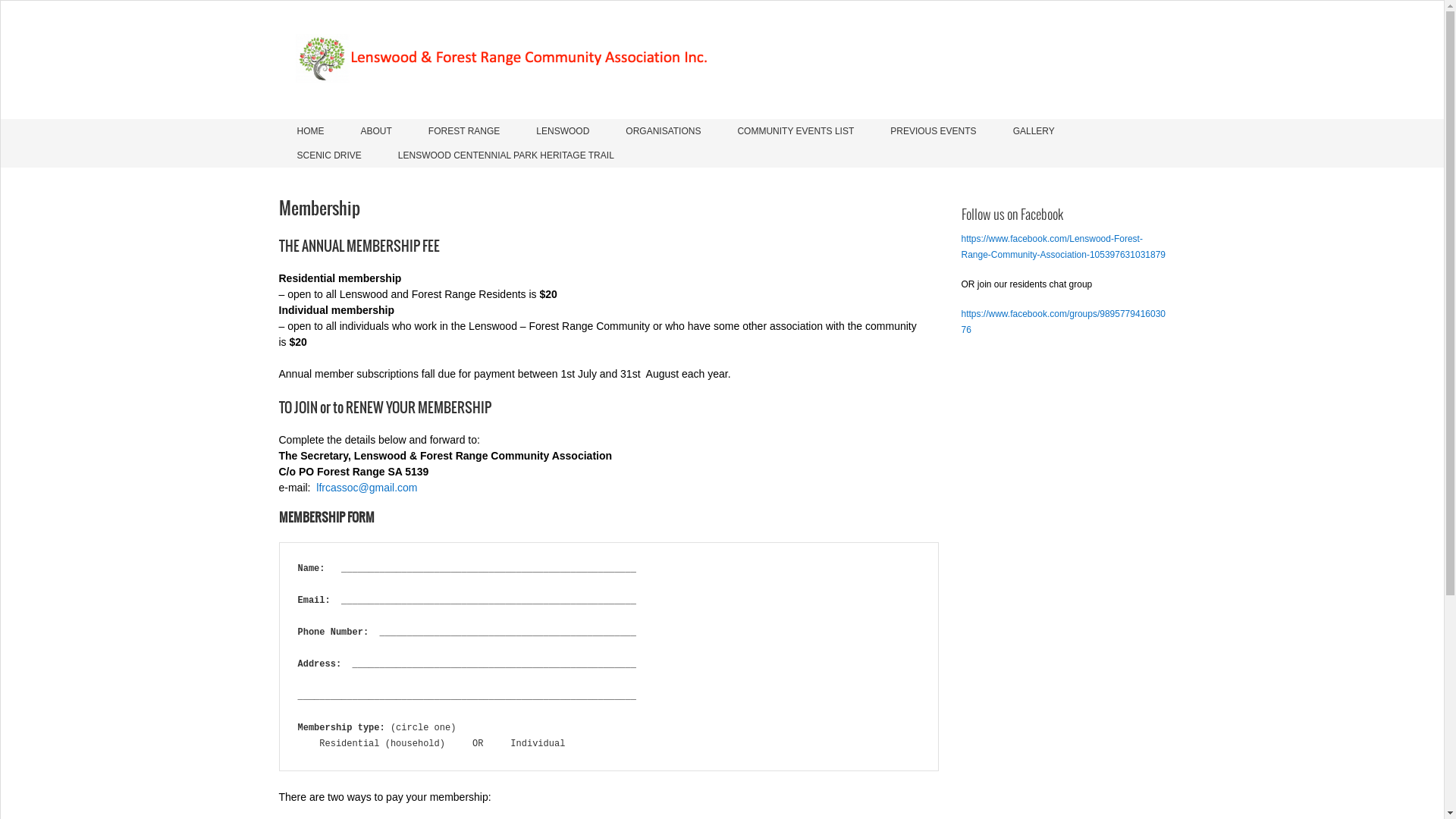 The height and width of the screenshot is (819, 1456). Describe the element at coordinates (872, 130) in the screenshot. I see `'PREVIOUS EVENTS'` at that location.